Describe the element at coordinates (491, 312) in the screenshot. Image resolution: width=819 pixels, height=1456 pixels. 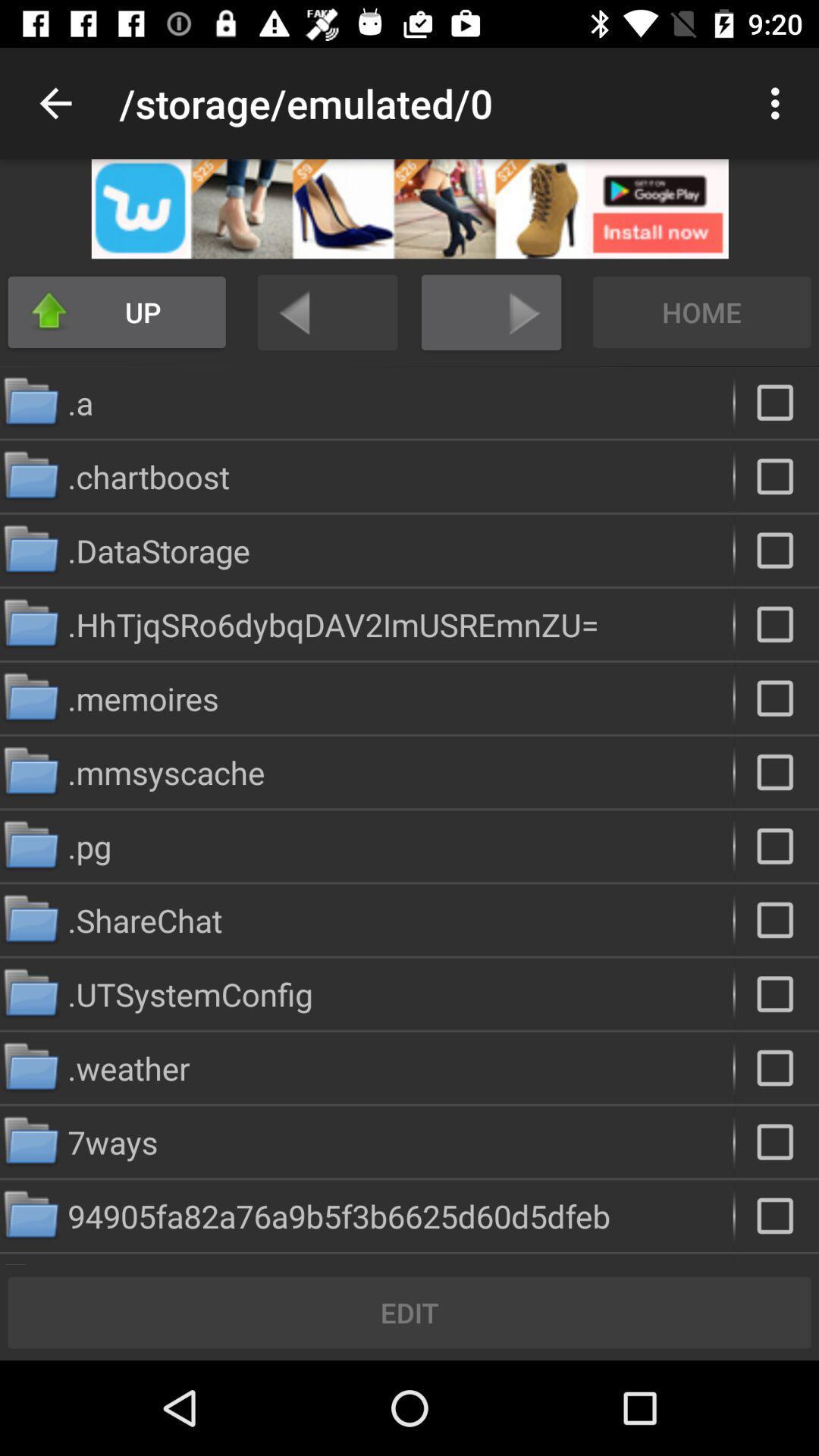
I see `next page` at that location.